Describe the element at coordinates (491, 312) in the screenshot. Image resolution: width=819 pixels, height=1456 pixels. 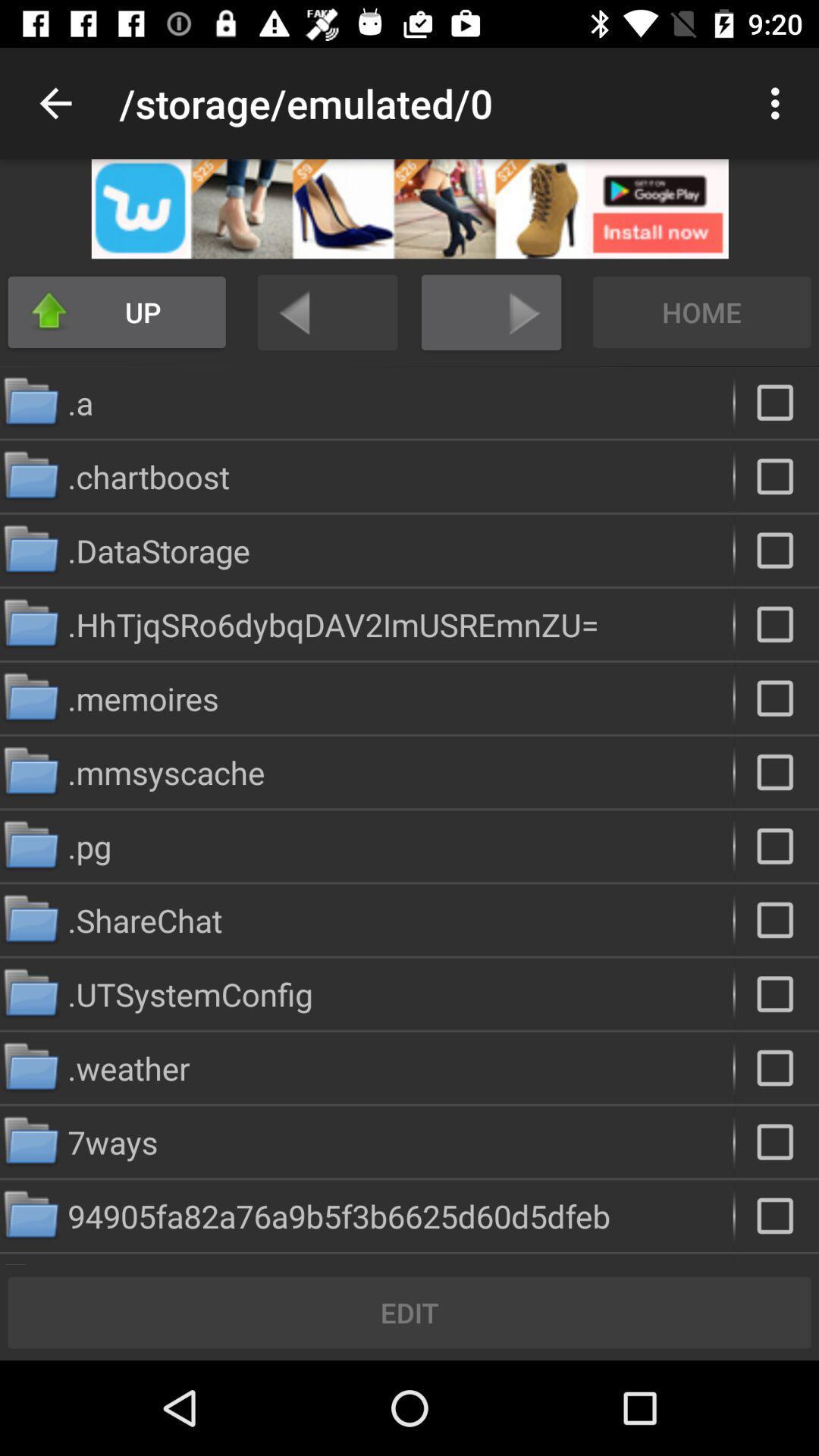
I see `next page` at that location.